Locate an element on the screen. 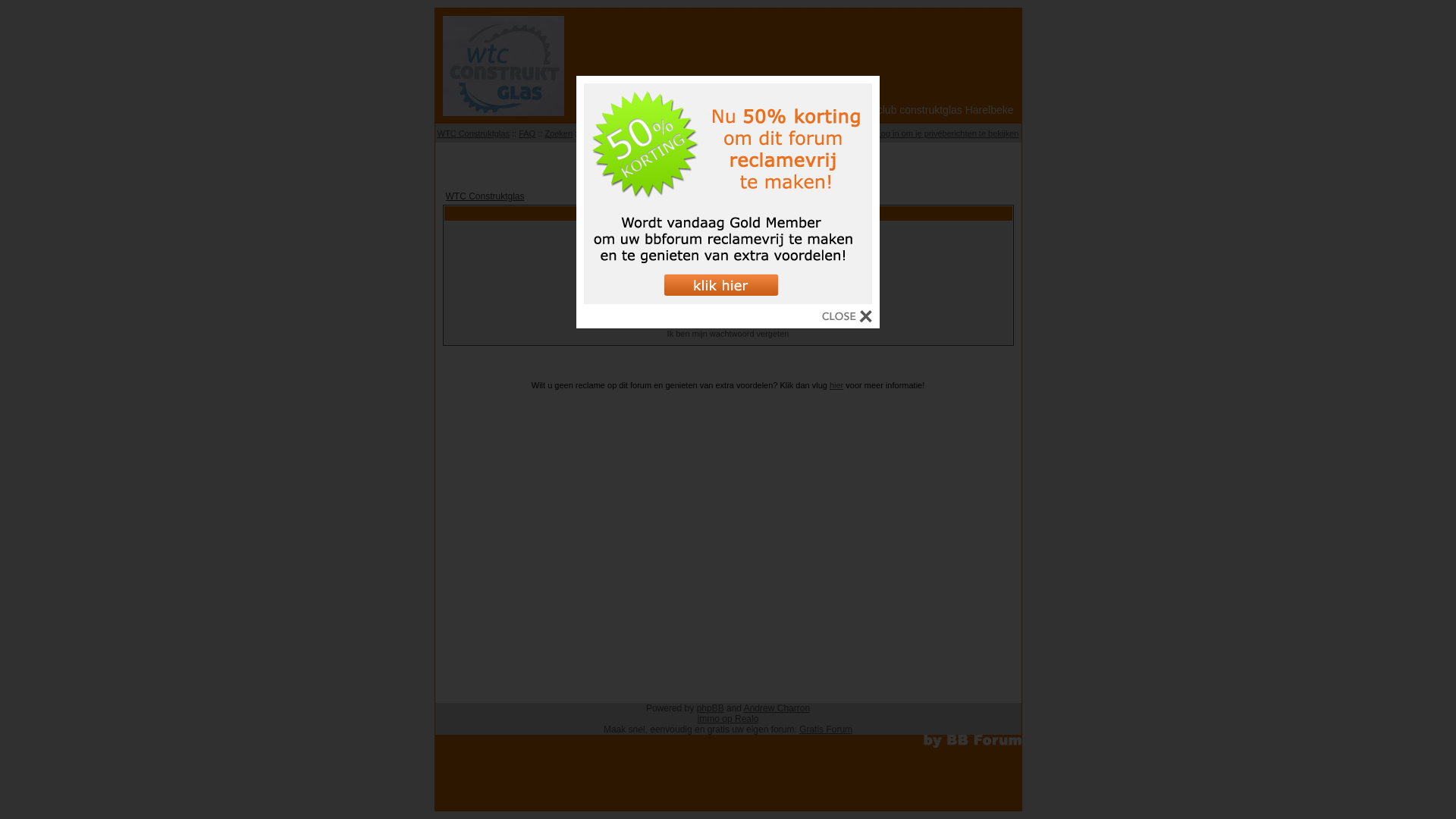 The width and height of the screenshot is (1456, 819). 'Gratis Forum' is located at coordinates (825, 728).